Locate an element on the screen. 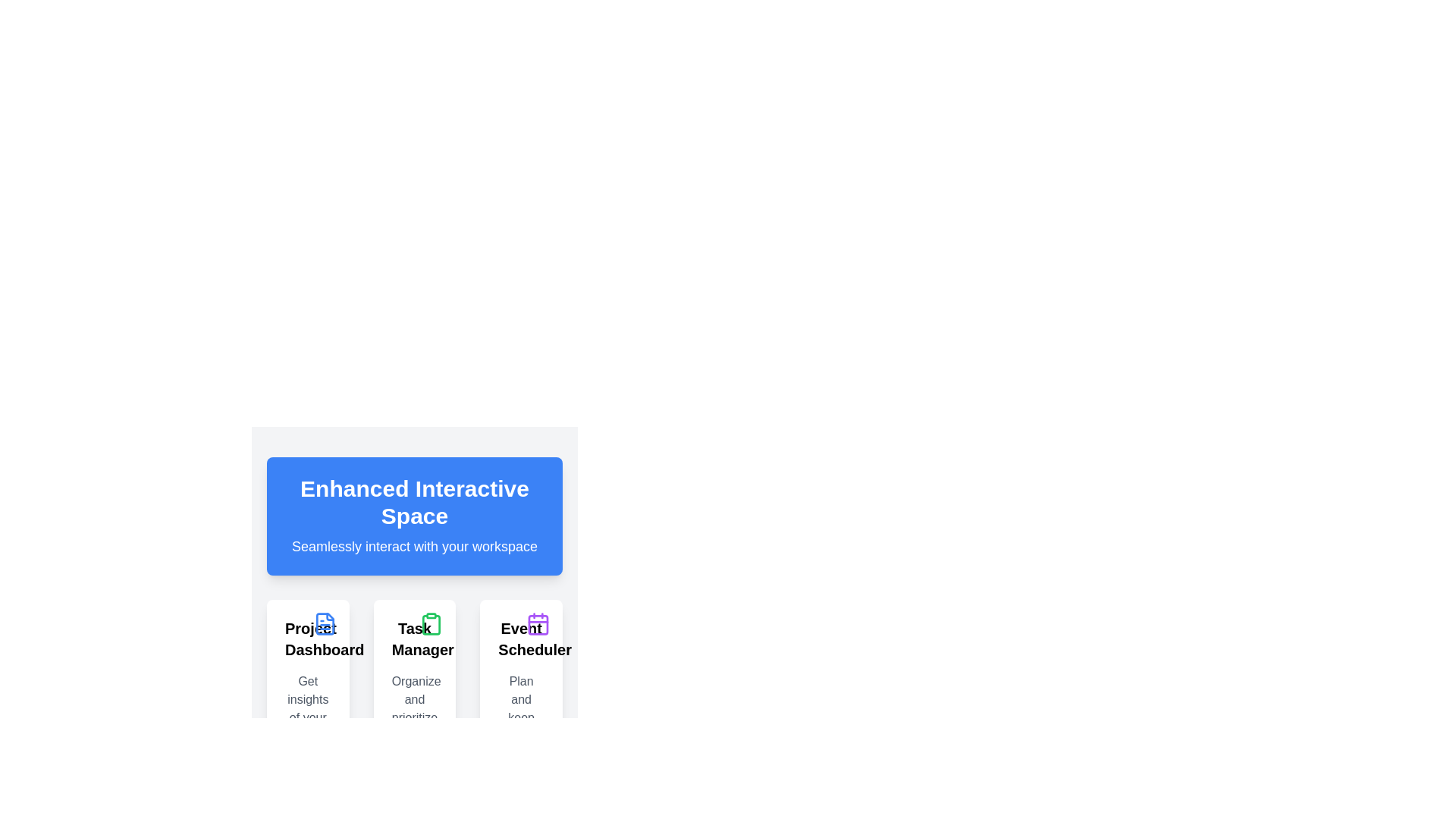 This screenshot has width=1456, height=819. the SVG rectangle component that resembles a calendar's visual grid in the 'Event Scheduler' section is located at coordinates (538, 625).